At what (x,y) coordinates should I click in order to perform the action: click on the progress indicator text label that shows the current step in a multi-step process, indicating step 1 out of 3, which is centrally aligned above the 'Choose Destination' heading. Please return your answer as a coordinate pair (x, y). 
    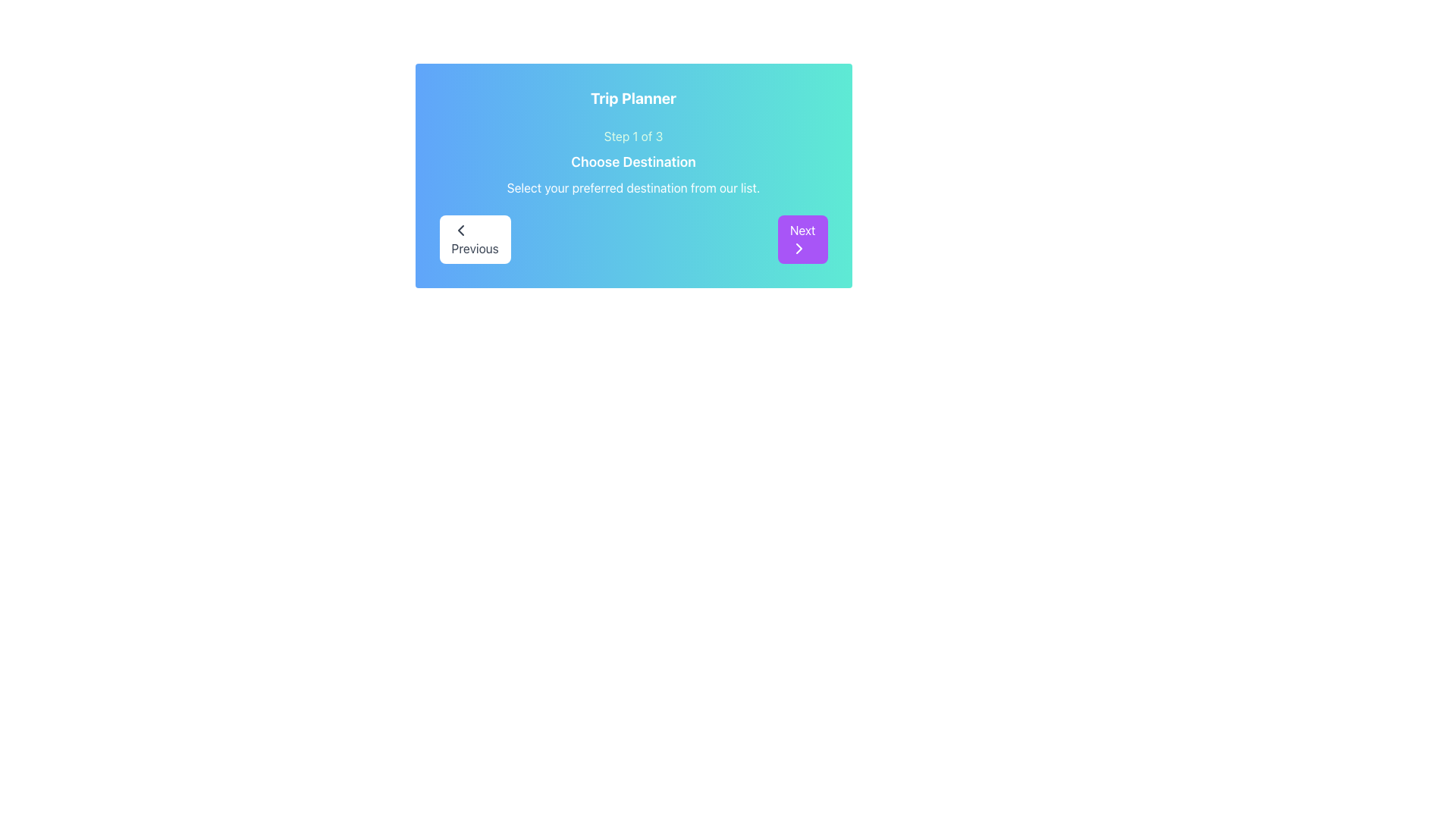
    Looking at the image, I should click on (633, 136).